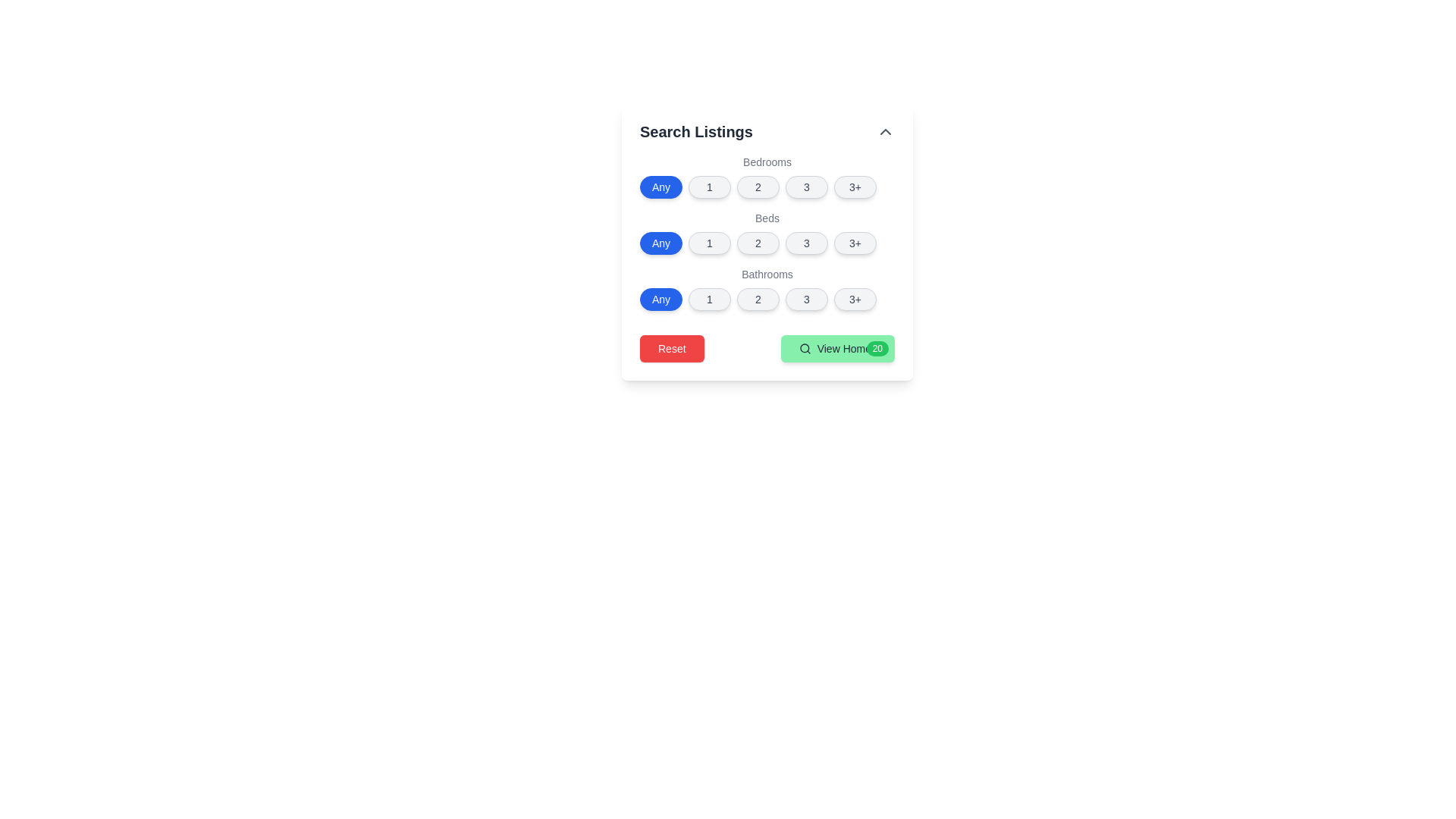 Image resolution: width=1456 pixels, height=819 pixels. I want to click on the '3+' option in the segmented button group for filtering the number of bedrooms in the search listings, so click(767, 175).